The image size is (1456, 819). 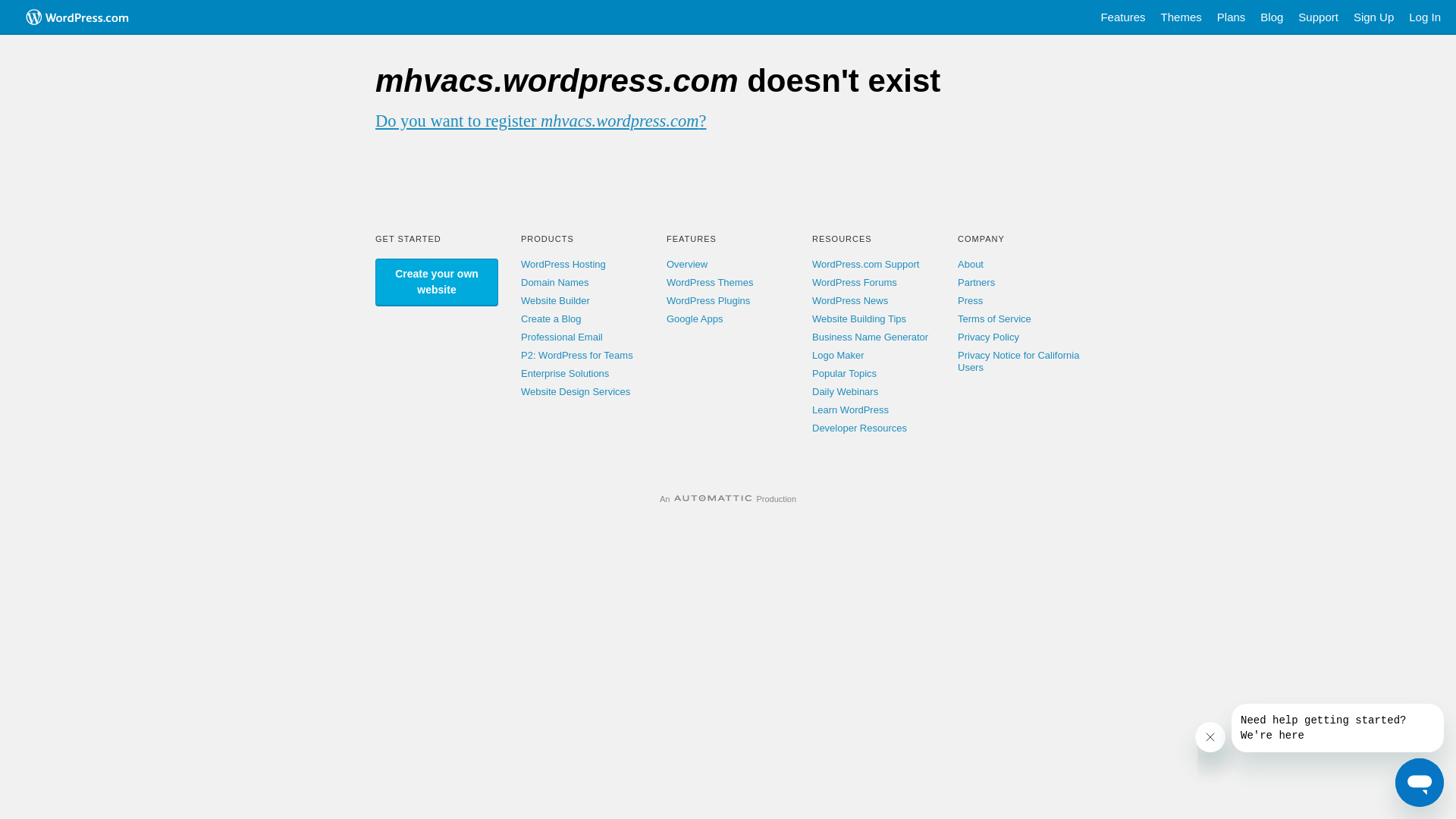 What do you see at coordinates (520, 391) in the screenshot?
I see `'Website Design Services'` at bounding box center [520, 391].